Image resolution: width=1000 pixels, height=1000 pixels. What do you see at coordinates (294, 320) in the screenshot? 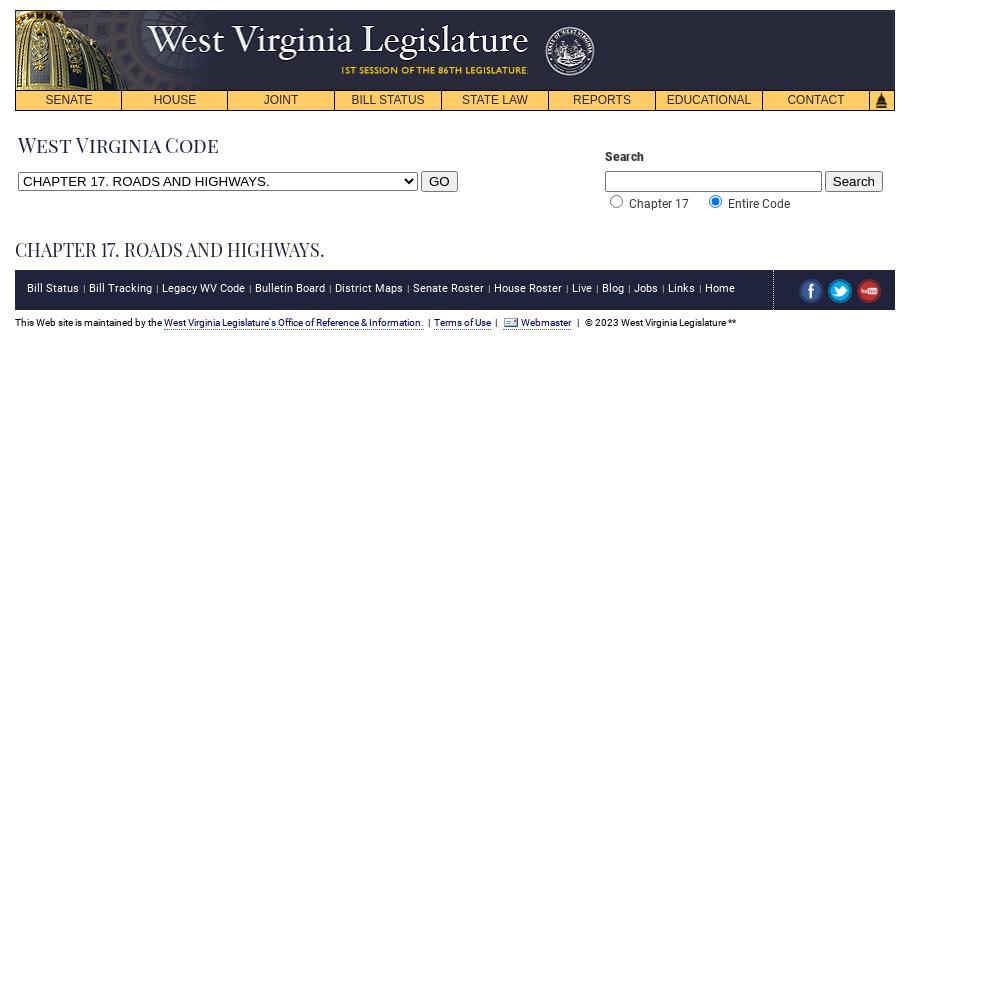
I see `'West Virginia Legislature's Office of Reference & Information.'` at bounding box center [294, 320].